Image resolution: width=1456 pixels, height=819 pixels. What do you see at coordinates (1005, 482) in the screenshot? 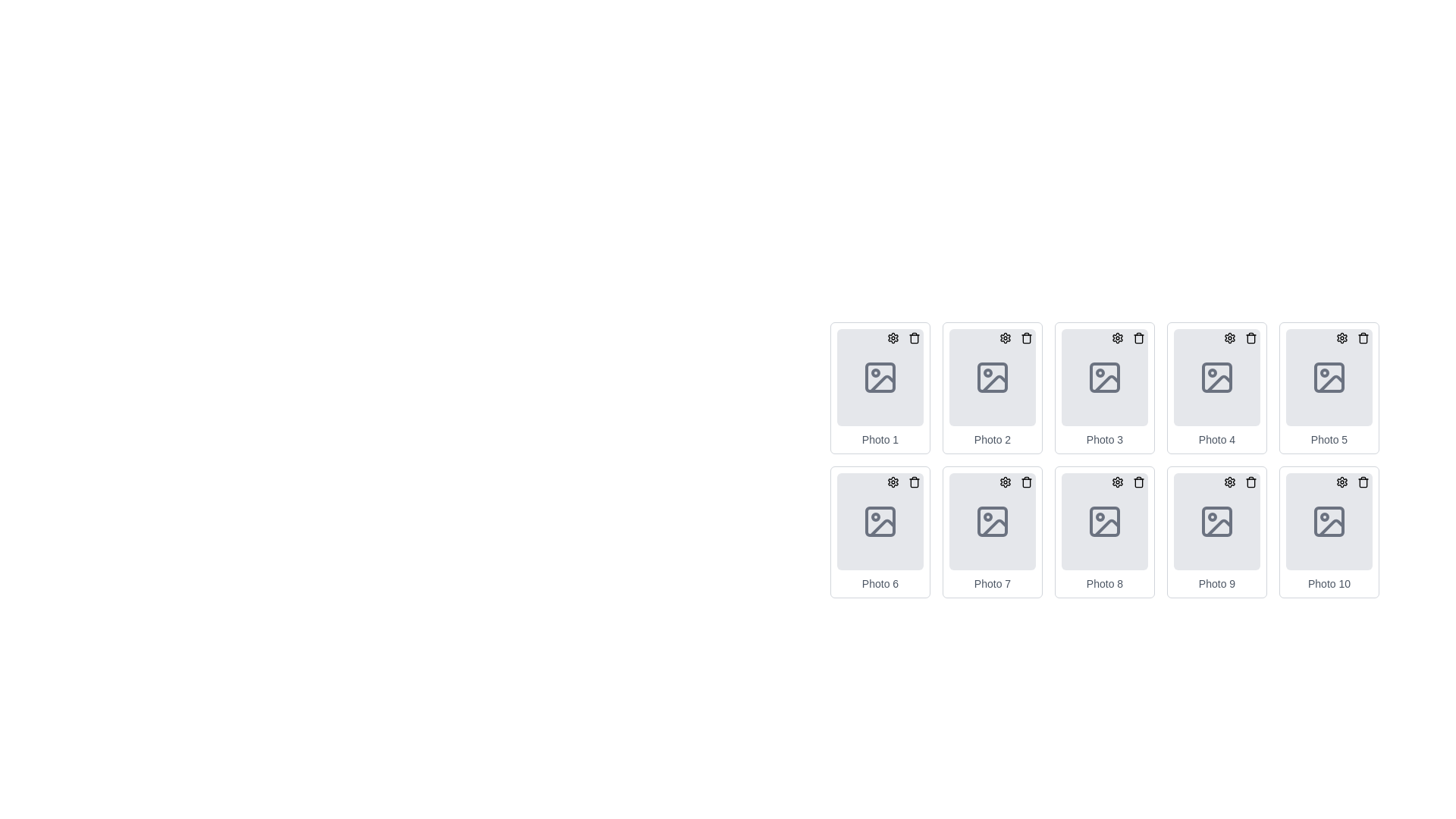
I see `the circular settings button with a gear icon located at the top-right corner of the 'Photo 7' card` at bounding box center [1005, 482].